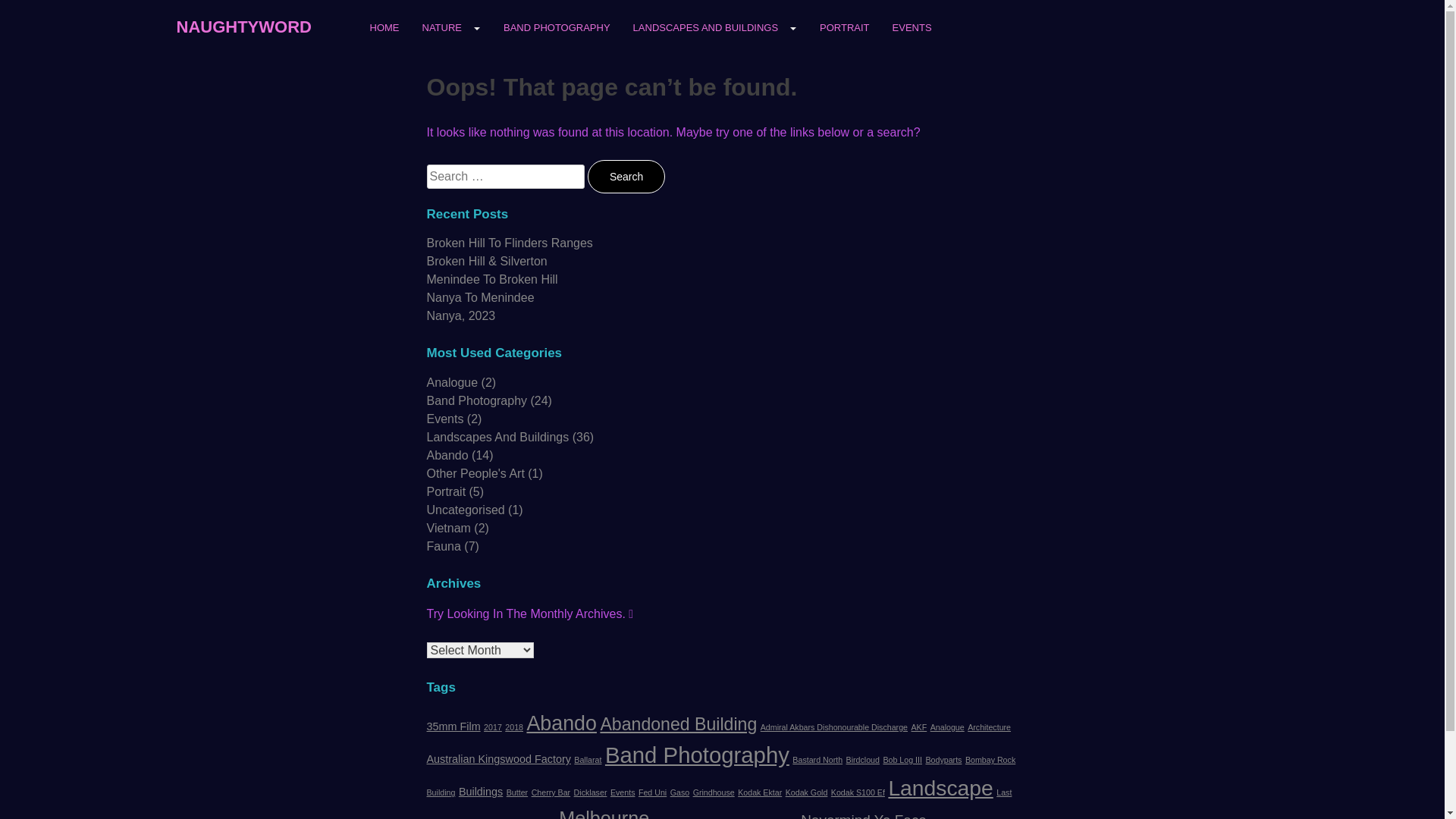 The image size is (1456, 819). What do you see at coordinates (792, 760) in the screenshot?
I see `'Bastard North'` at bounding box center [792, 760].